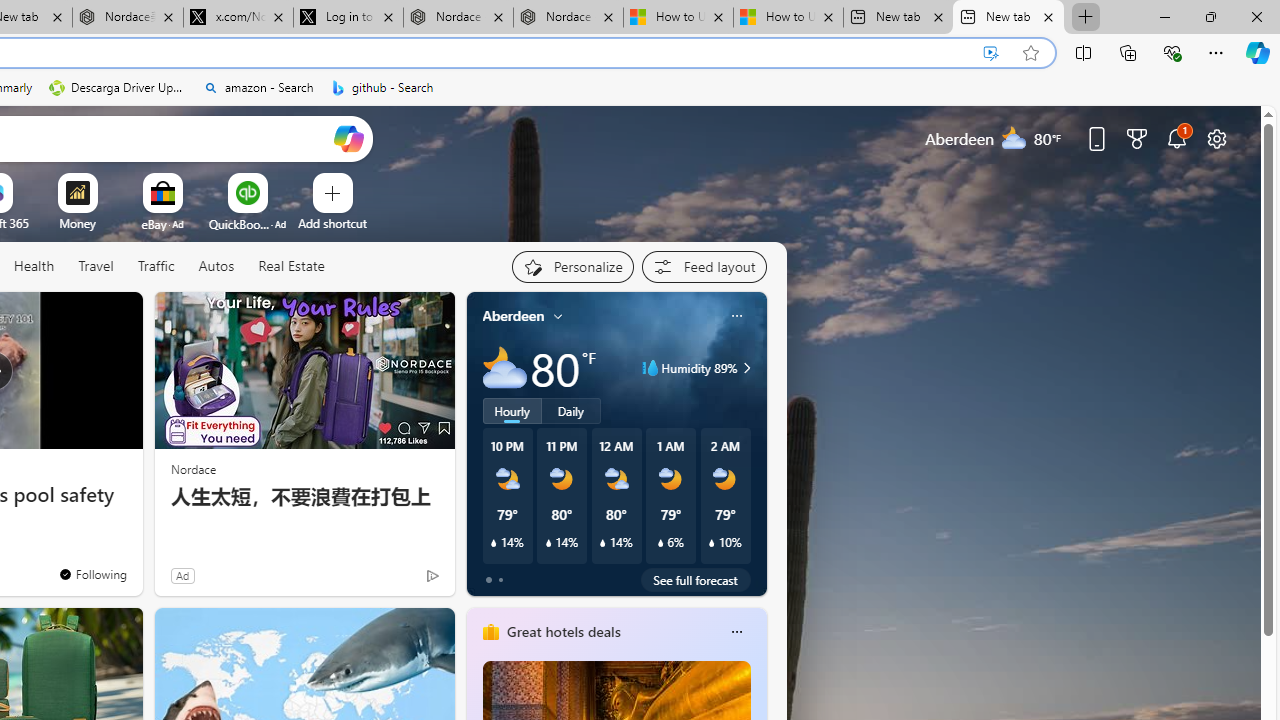 The image size is (1280, 720). Describe the element at coordinates (238, 17) in the screenshot. I see `'x.com/NordaceOfficial'` at that location.